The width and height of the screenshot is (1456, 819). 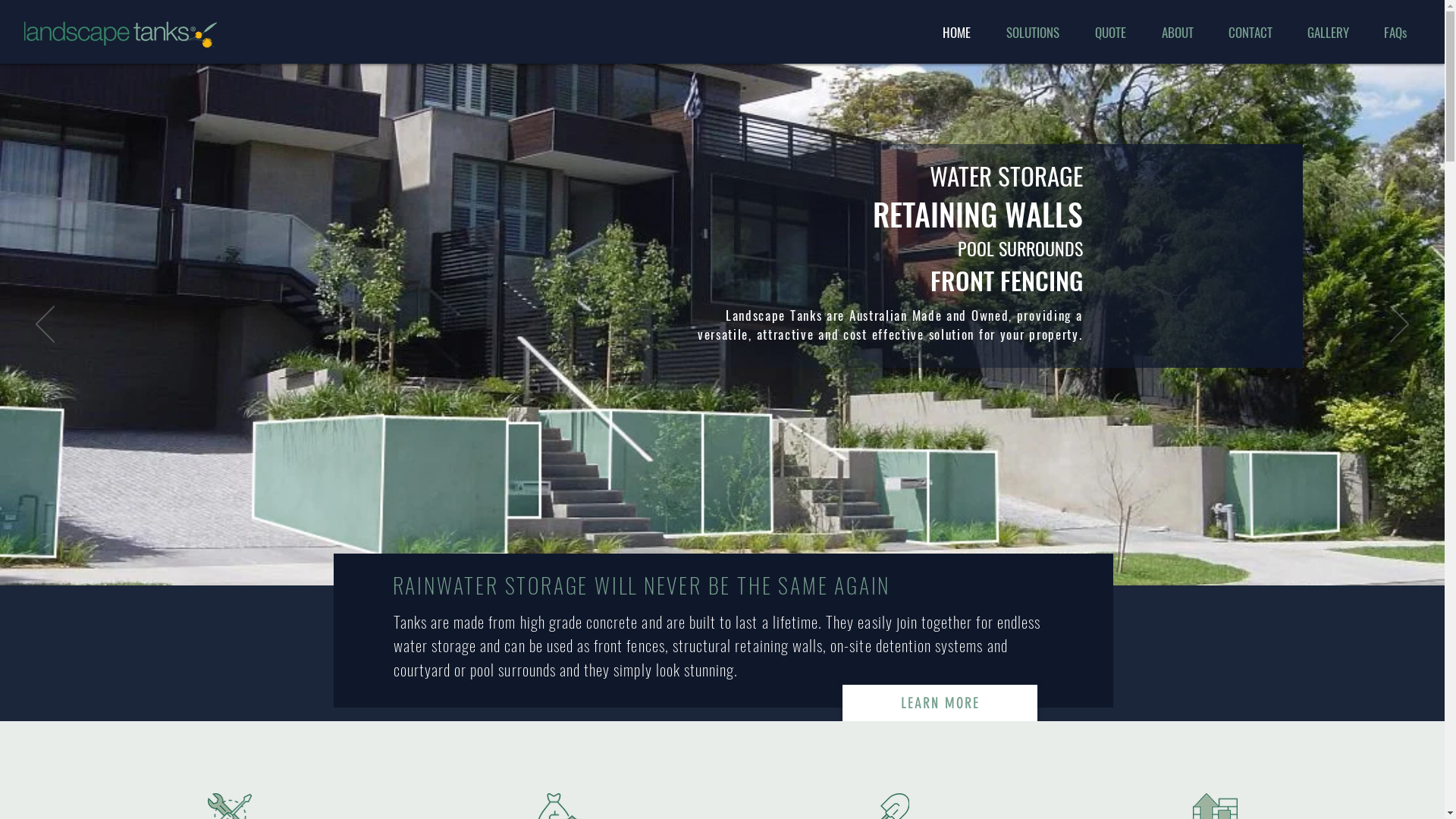 What do you see at coordinates (1250, 32) in the screenshot?
I see `'CONTACT'` at bounding box center [1250, 32].